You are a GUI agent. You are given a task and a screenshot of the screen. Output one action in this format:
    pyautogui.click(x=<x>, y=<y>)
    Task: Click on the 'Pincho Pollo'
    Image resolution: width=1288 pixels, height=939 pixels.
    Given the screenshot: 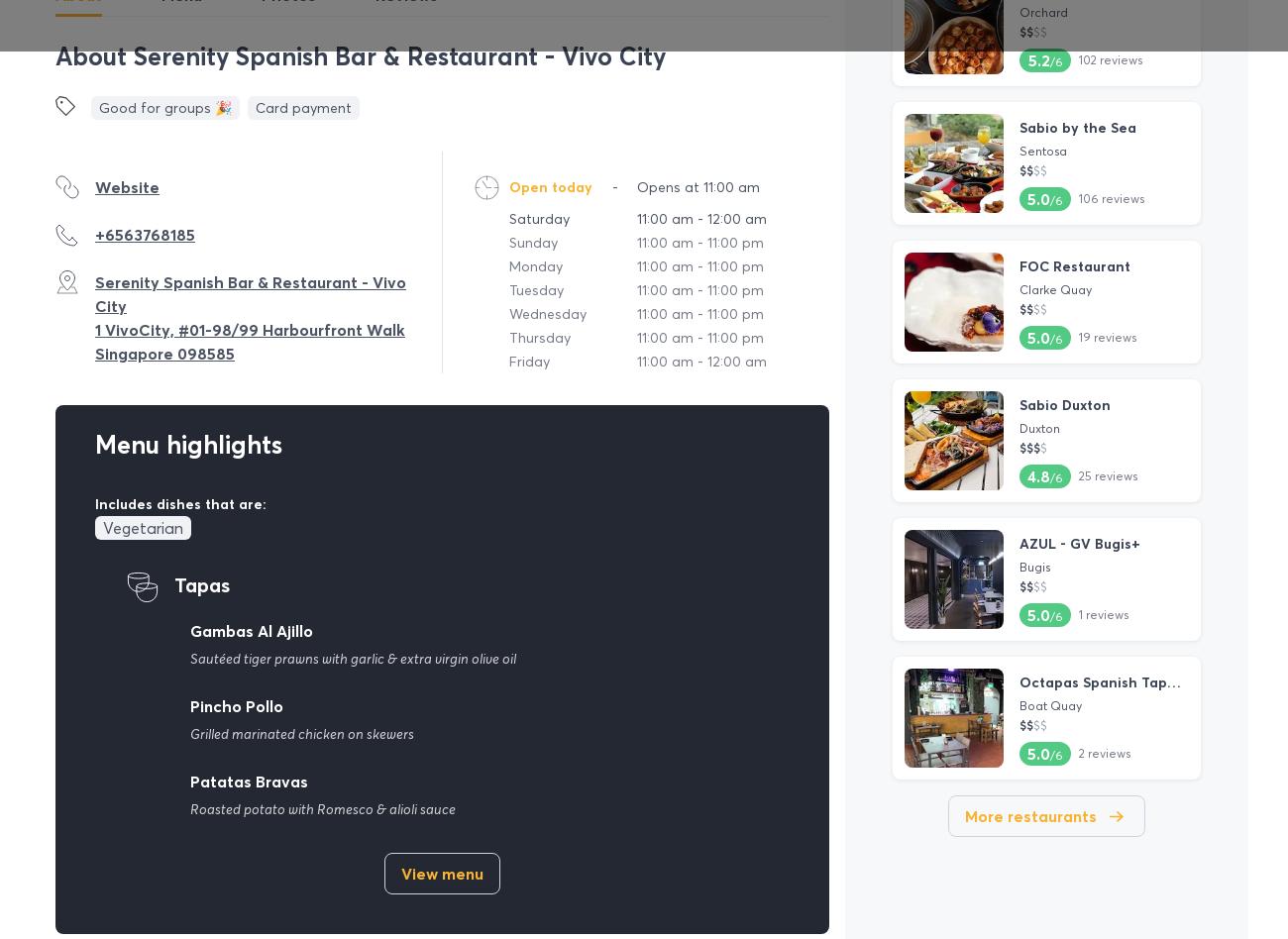 What is the action you would take?
    pyautogui.click(x=190, y=705)
    